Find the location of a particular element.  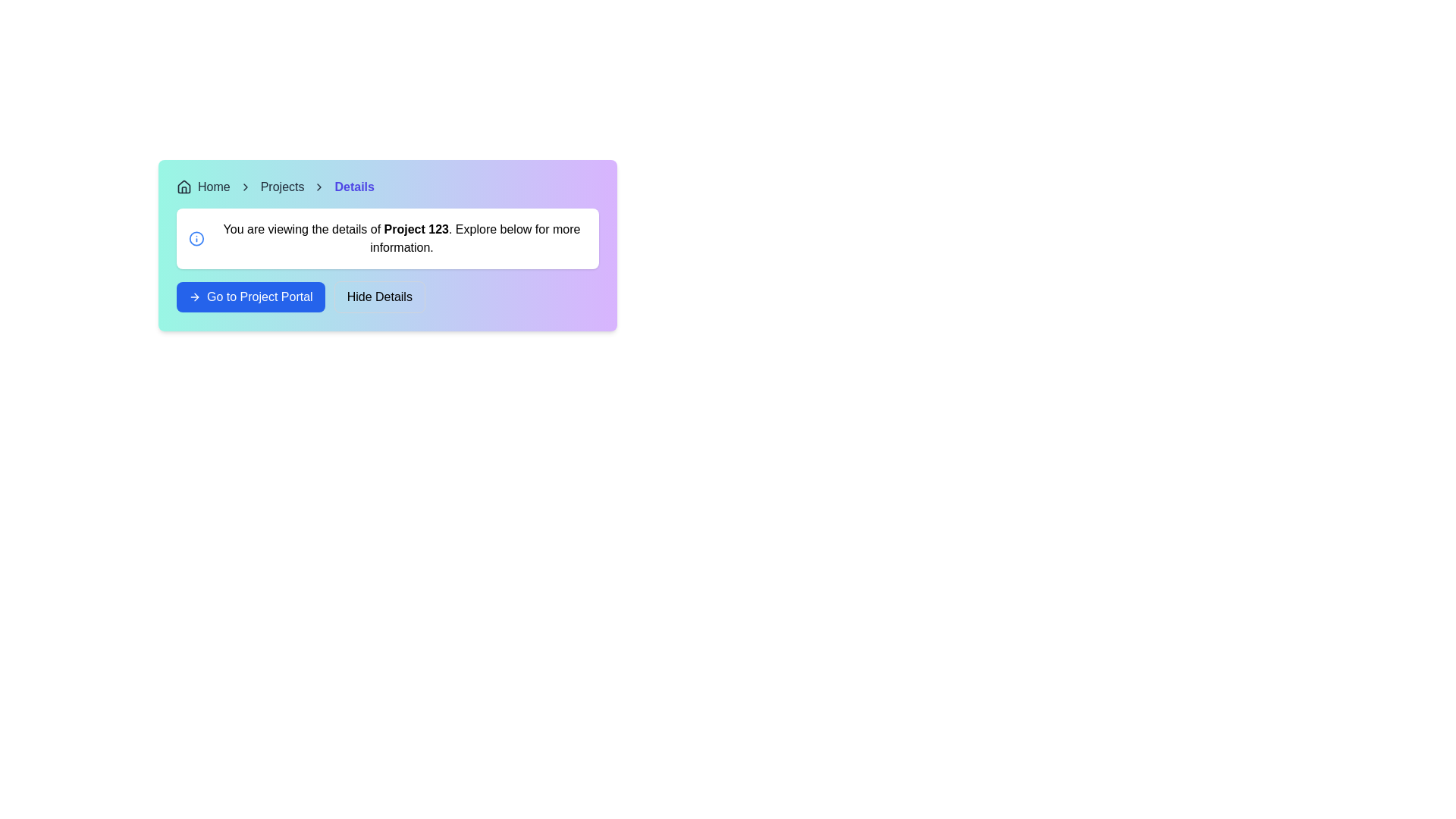

the blue button labeled 'Go to Project Portal' to change its color is located at coordinates (250, 297).